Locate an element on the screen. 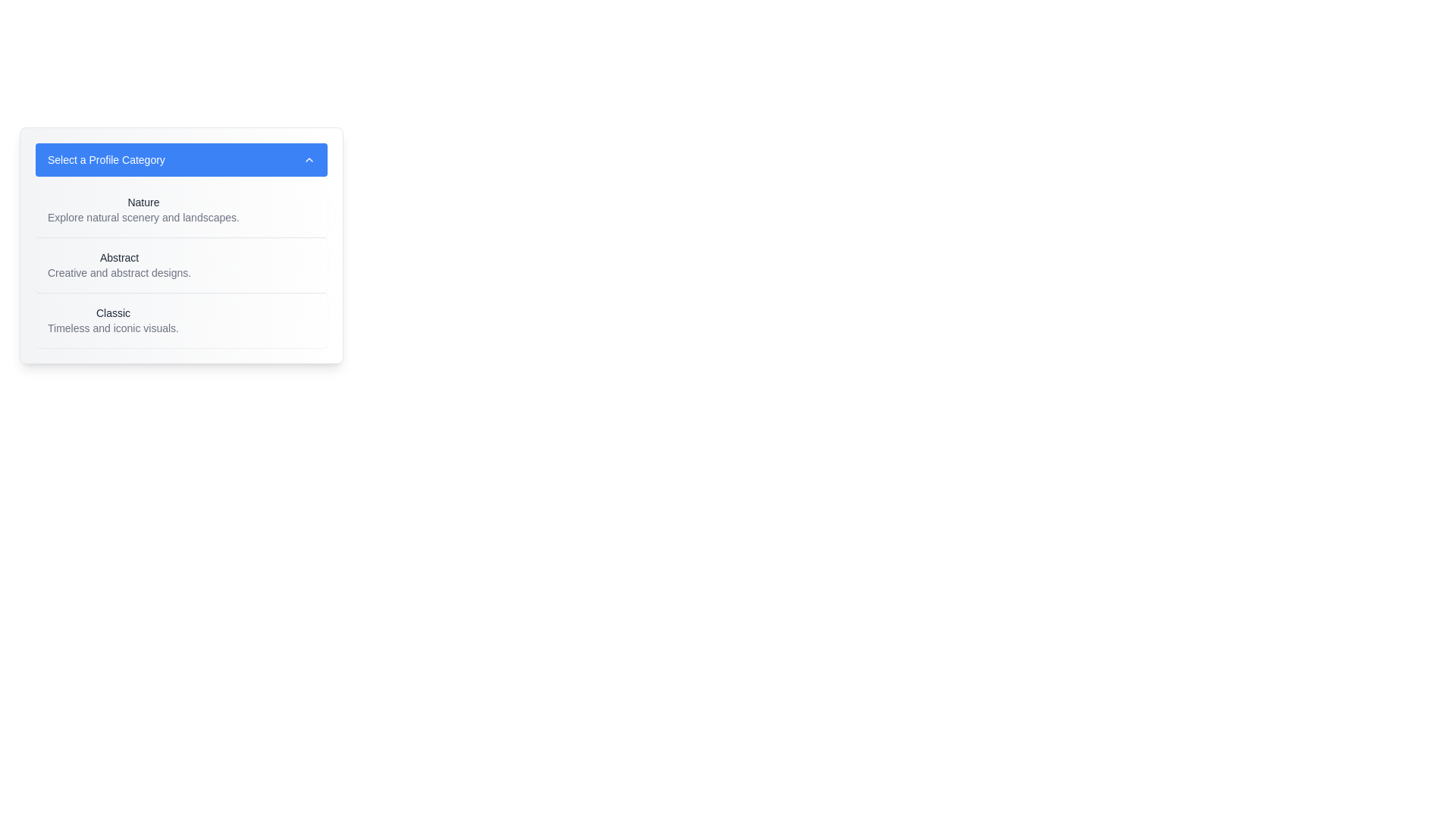 The height and width of the screenshot is (819, 1456). the Text label that indicates the purpose of the dropdown menu, located near the center-top of the dropdown header with a blue background, positioned to the left of the chevron indicator is located at coordinates (105, 160).